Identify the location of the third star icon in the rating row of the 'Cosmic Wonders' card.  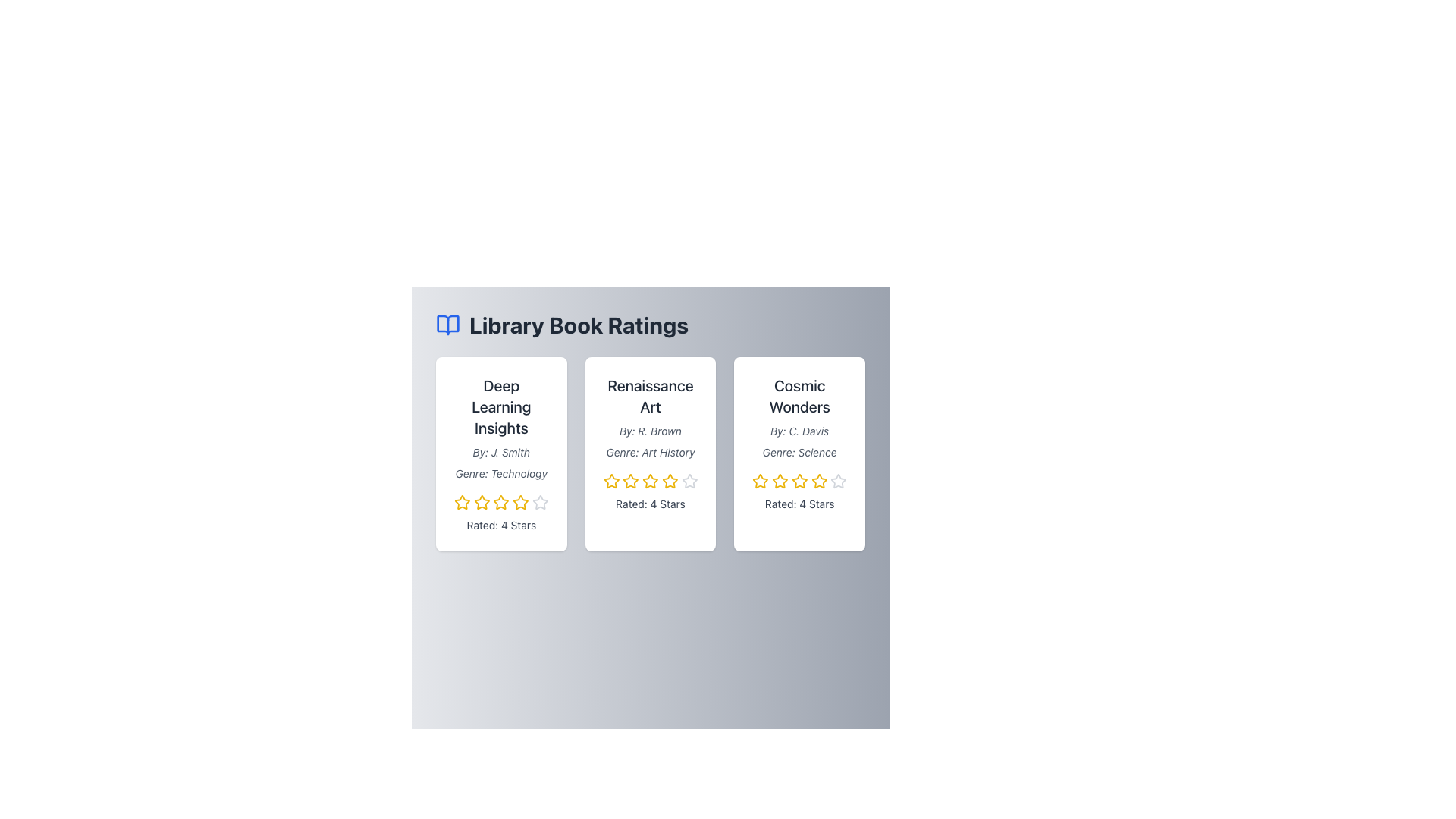
(799, 481).